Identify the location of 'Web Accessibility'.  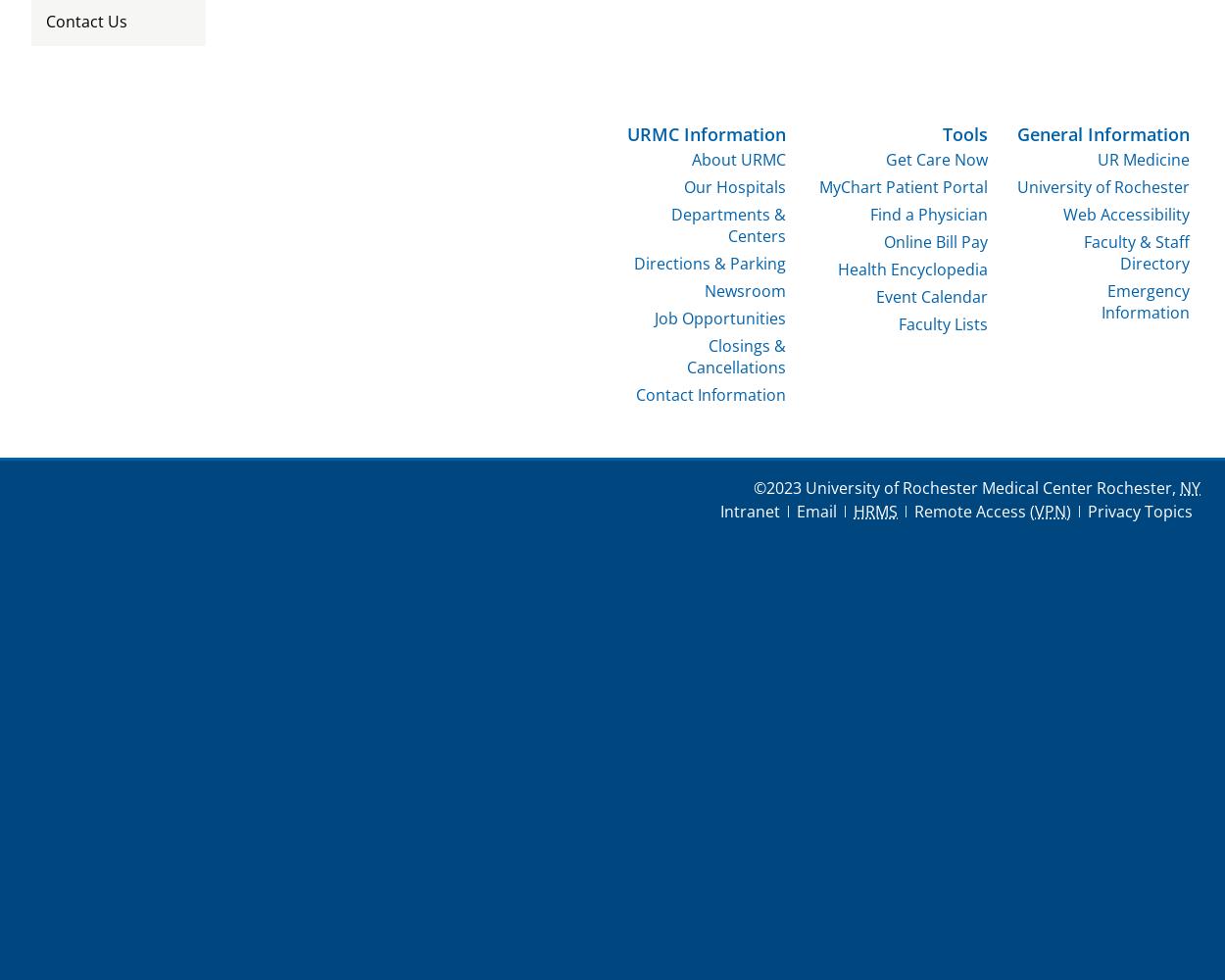
(1062, 213).